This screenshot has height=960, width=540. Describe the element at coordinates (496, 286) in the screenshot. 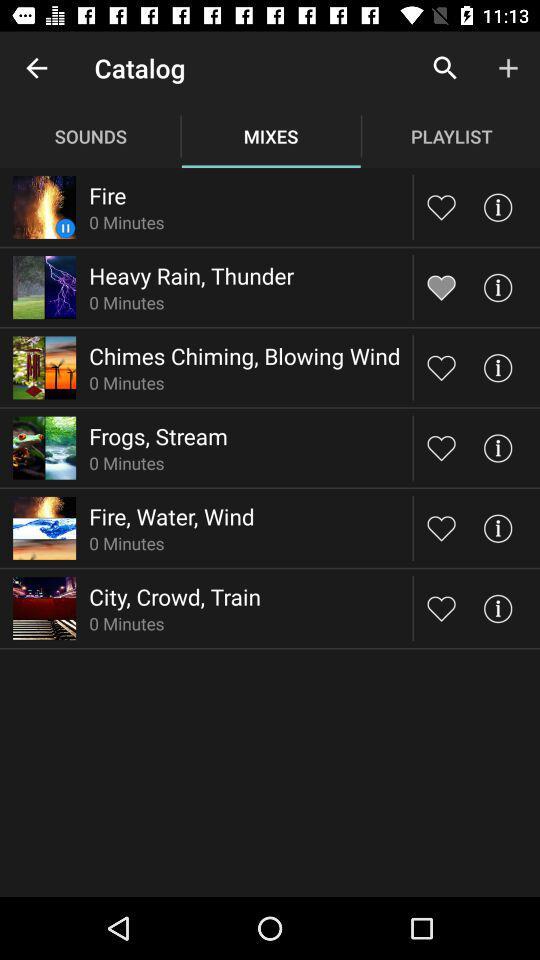

I see `mais informaoes aqui` at that location.